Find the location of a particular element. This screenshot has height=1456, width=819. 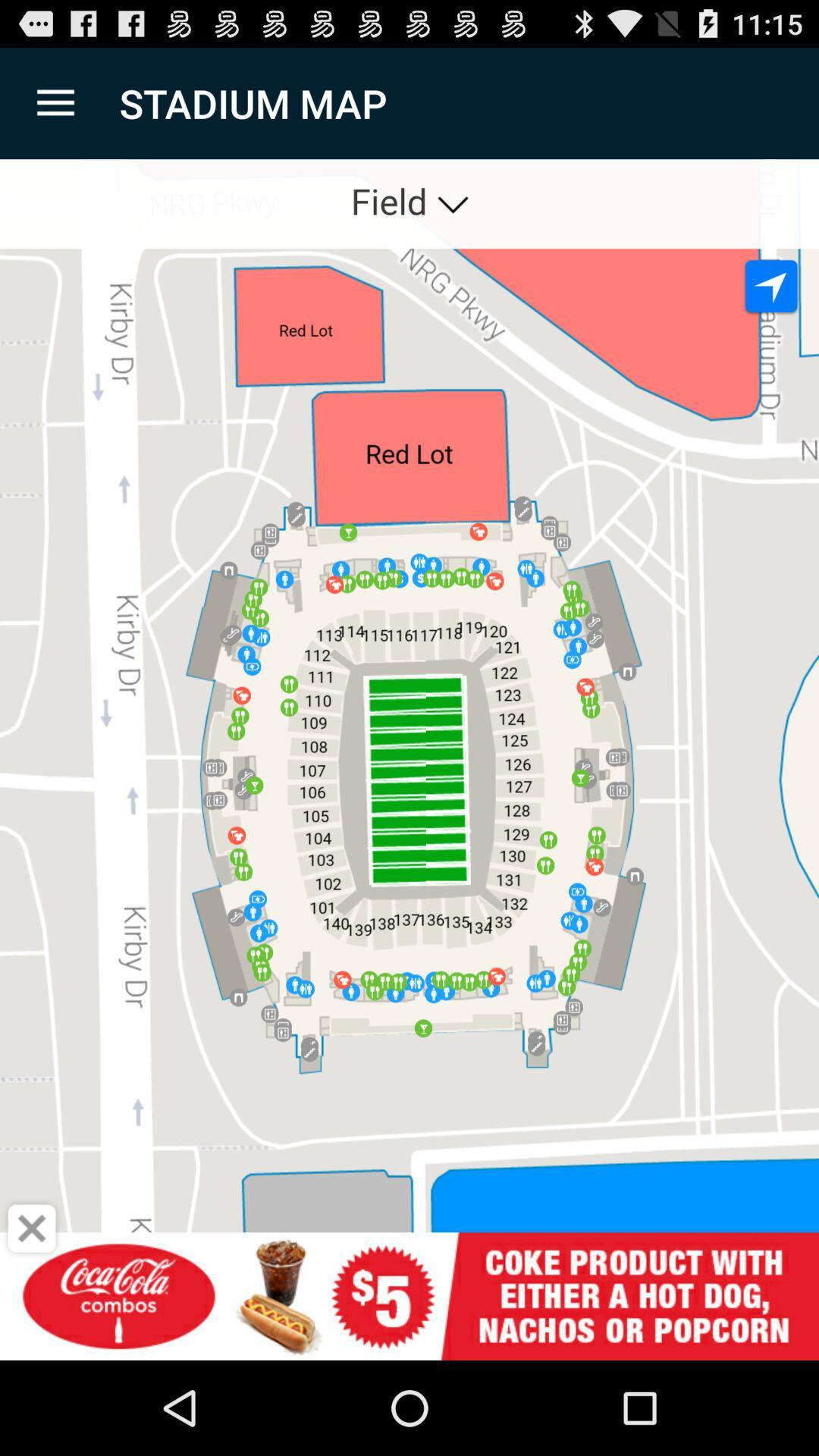

advertisement for coca cola is located at coordinates (409, 1295).